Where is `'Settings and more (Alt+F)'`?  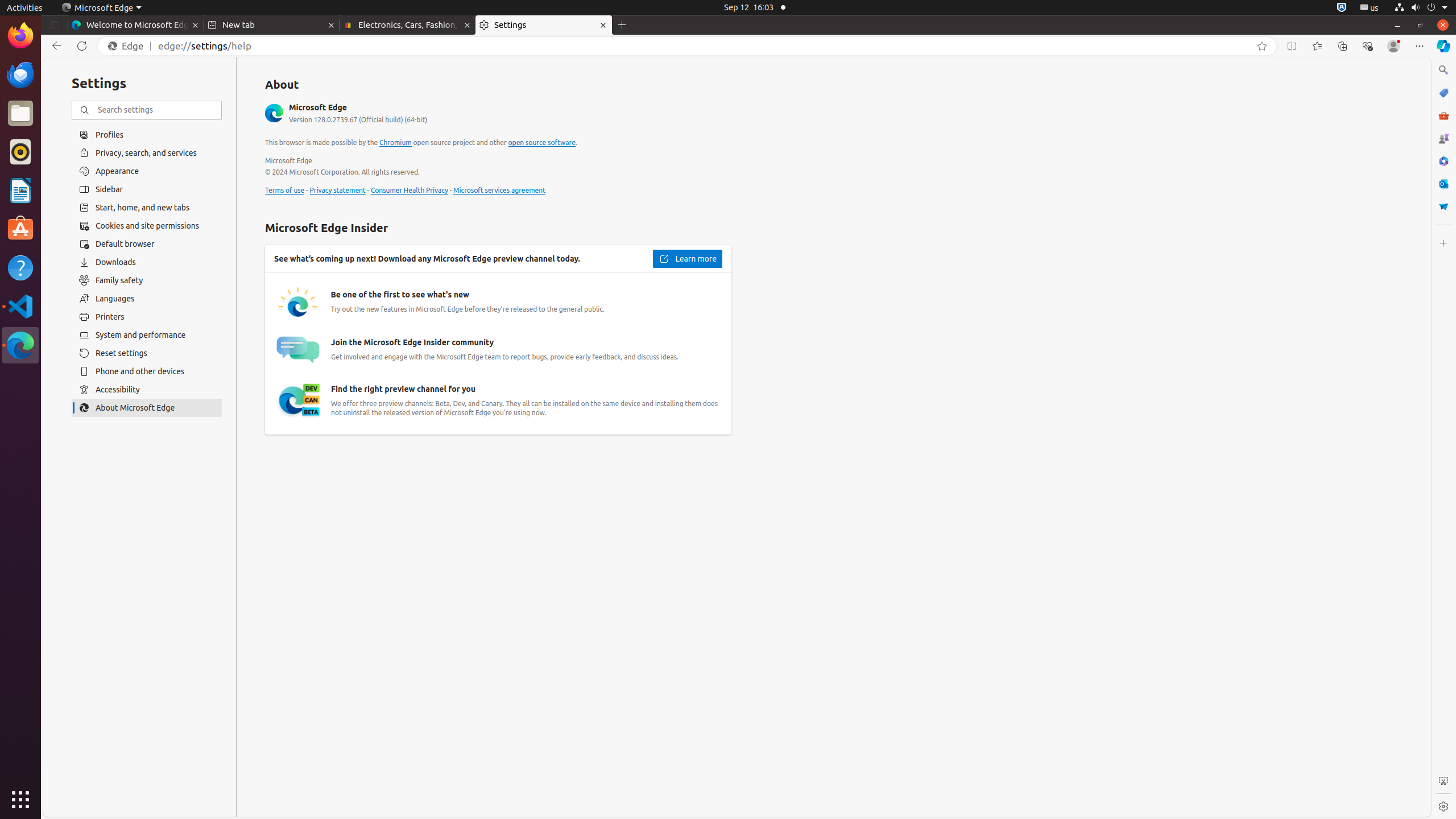
'Settings and more (Alt+F)' is located at coordinates (1419, 45).